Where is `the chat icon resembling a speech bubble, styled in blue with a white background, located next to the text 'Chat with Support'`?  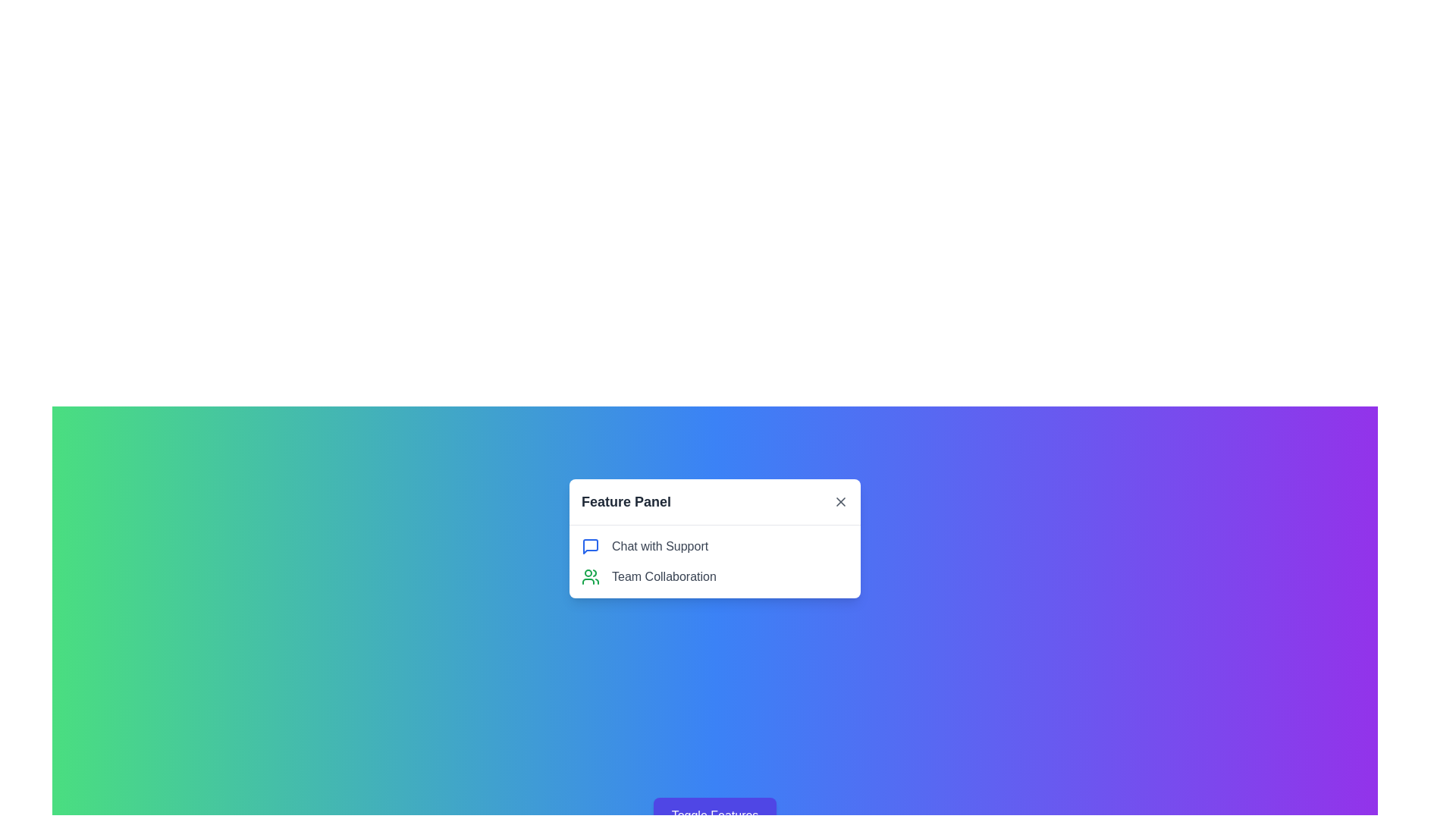 the chat icon resembling a speech bubble, styled in blue with a white background, located next to the text 'Chat with Support' is located at coordinates (589, 547).